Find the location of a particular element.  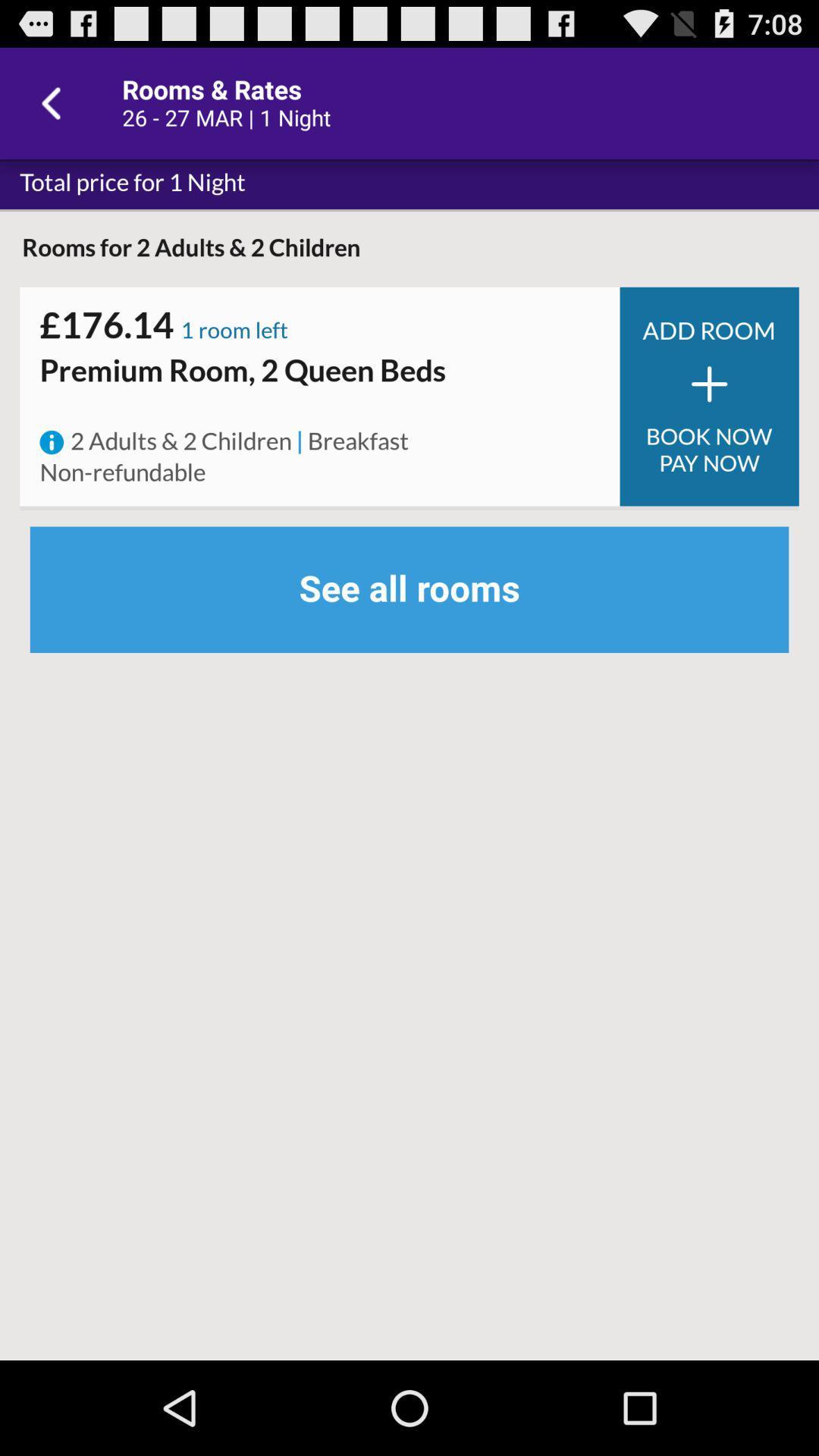

the item above see all rooms icon is located at coordinates (122, 472).